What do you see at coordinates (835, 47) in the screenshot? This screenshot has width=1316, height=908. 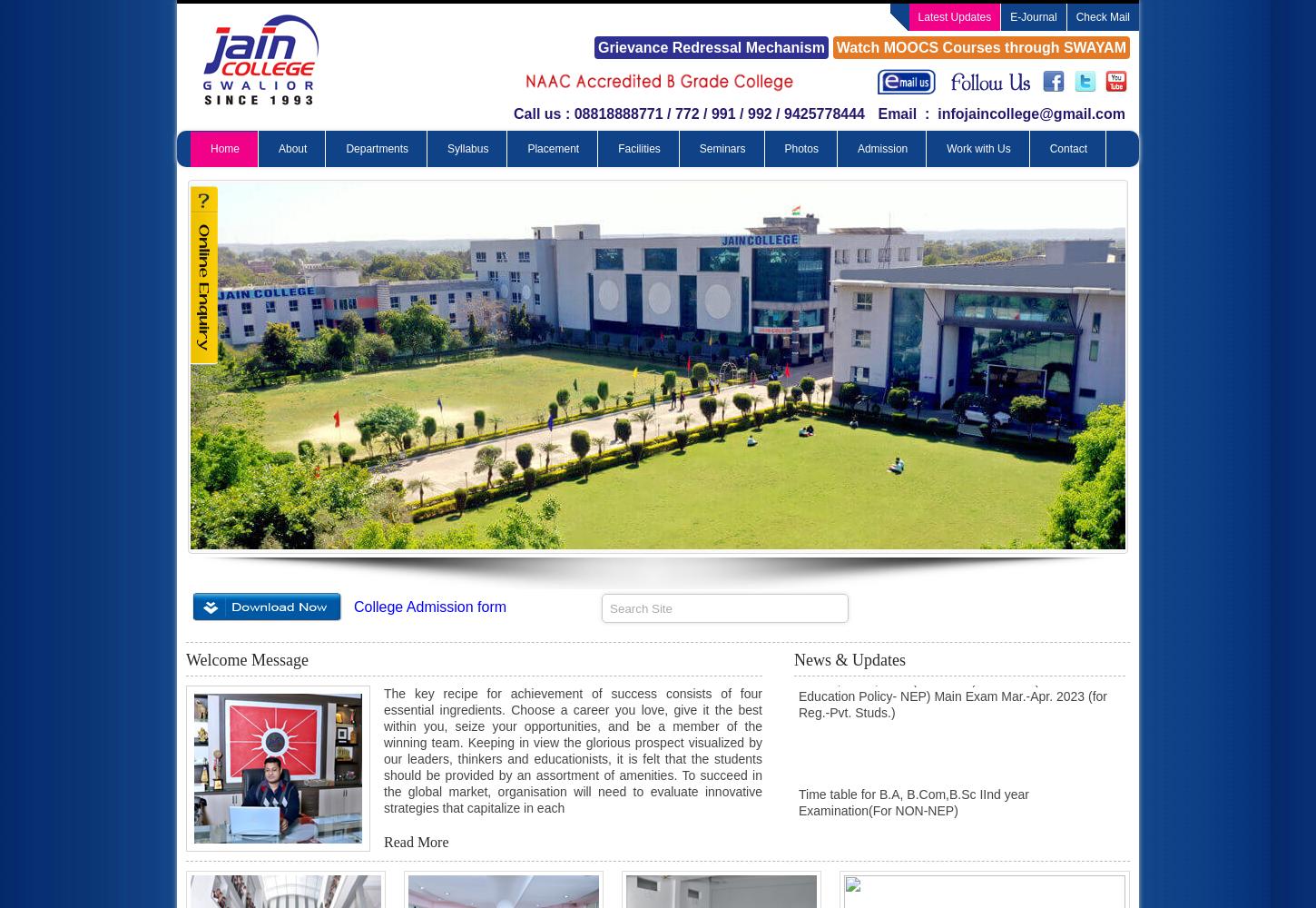 I see `'Watch MOOCS Courses through SWAYAM'` at bounding box center [835, 47].